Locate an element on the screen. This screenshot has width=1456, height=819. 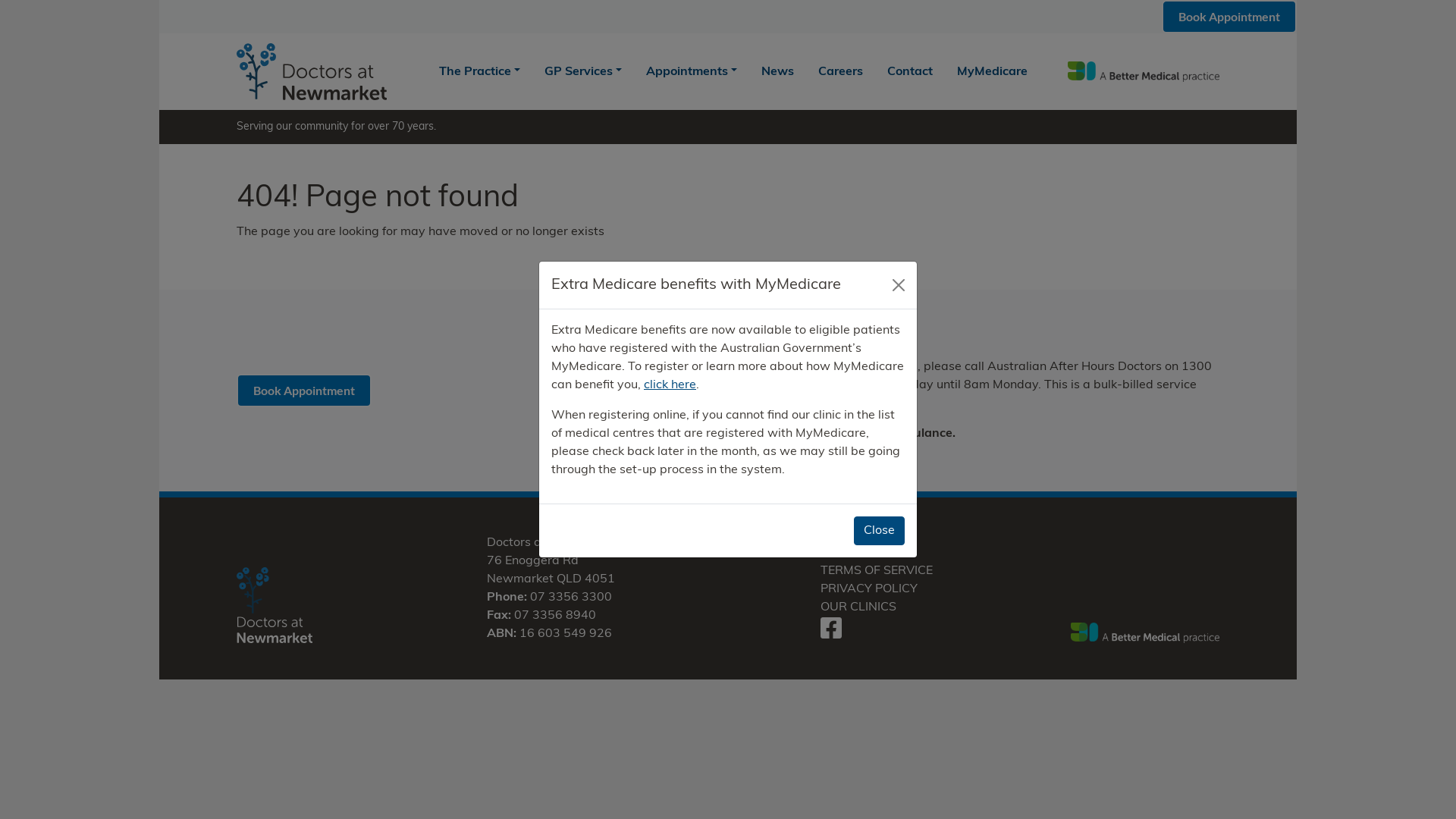
'Book Appointment' is located at coordinates (303, 390).